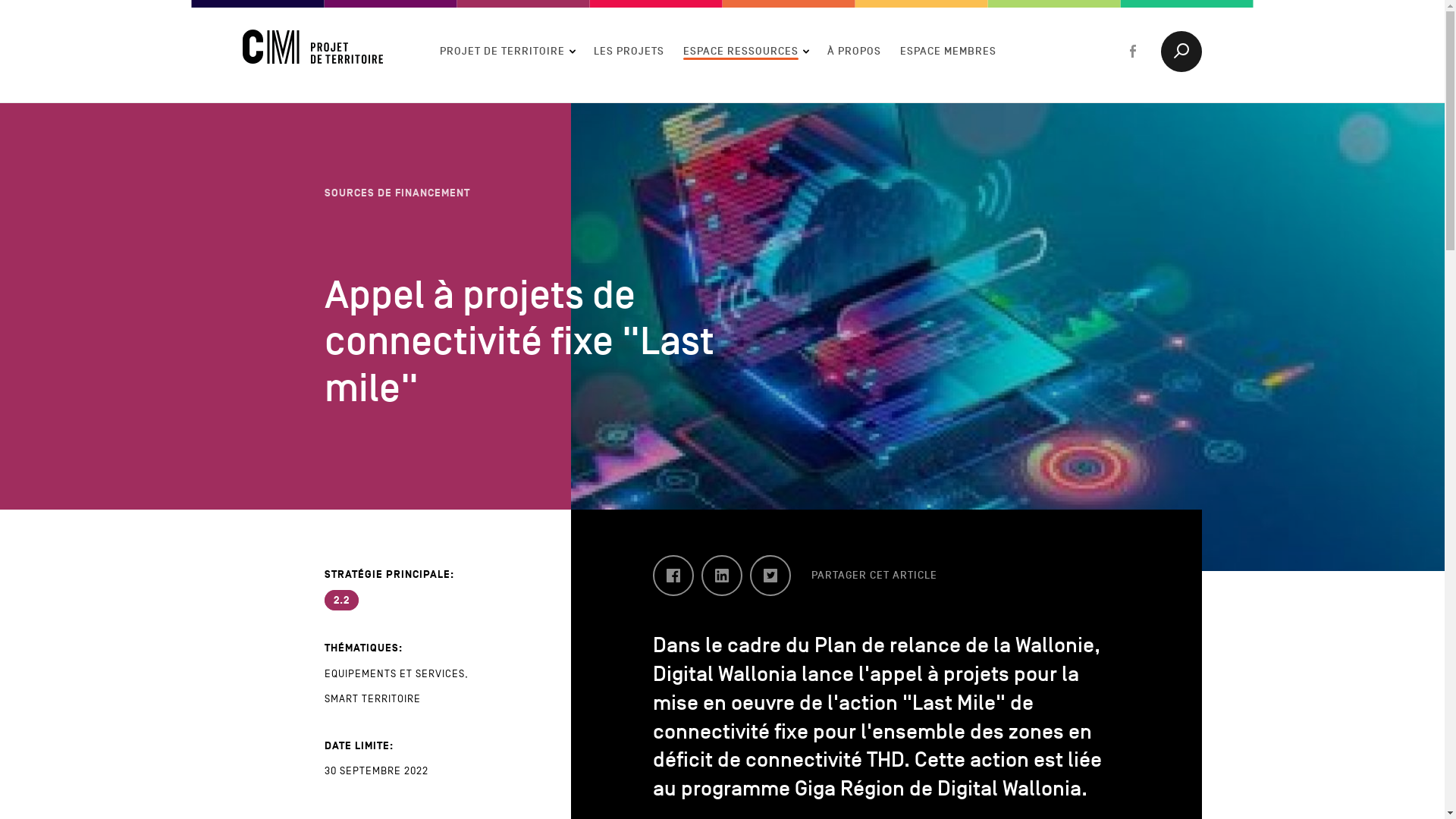 The image size is (1456, 819). Describe the element at coordinates (682, 49) in the screenshot. I see `'ESPACE RESSOURCES'` at that location.